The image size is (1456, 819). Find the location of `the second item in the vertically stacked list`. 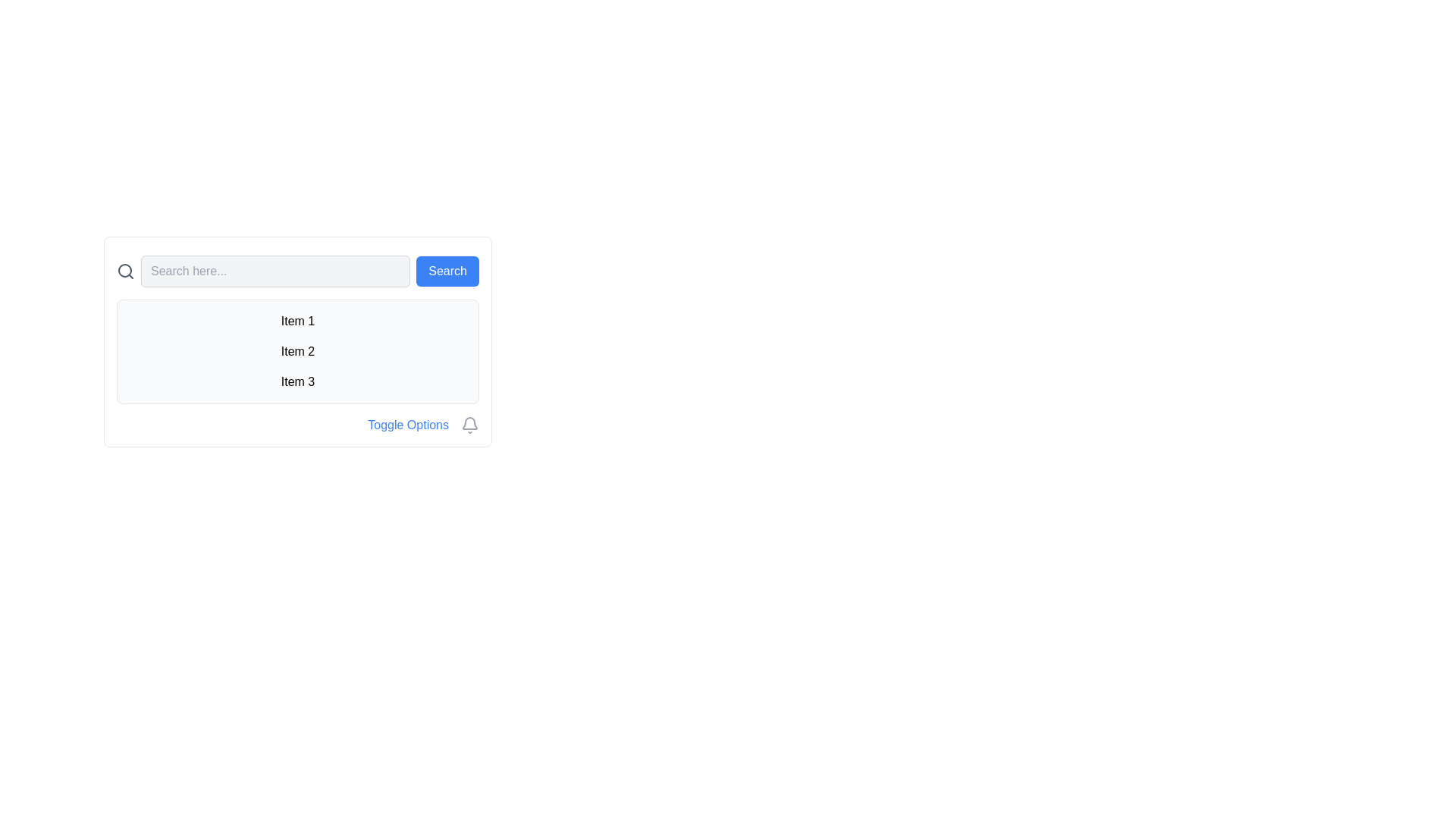

the second item in the vertically stacked list is located at coordinates (298, 351).